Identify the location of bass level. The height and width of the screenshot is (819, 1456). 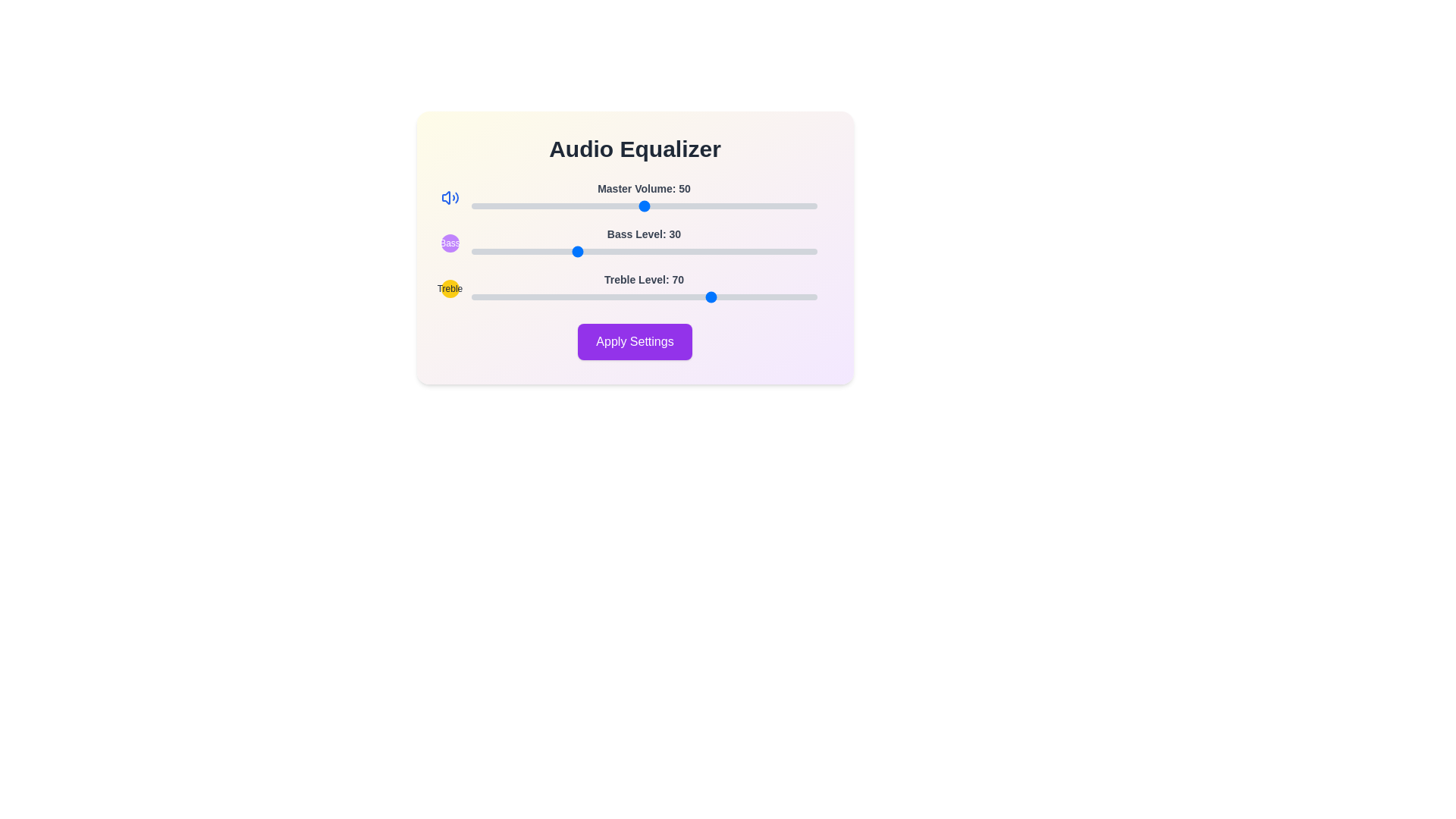
(620, 250).